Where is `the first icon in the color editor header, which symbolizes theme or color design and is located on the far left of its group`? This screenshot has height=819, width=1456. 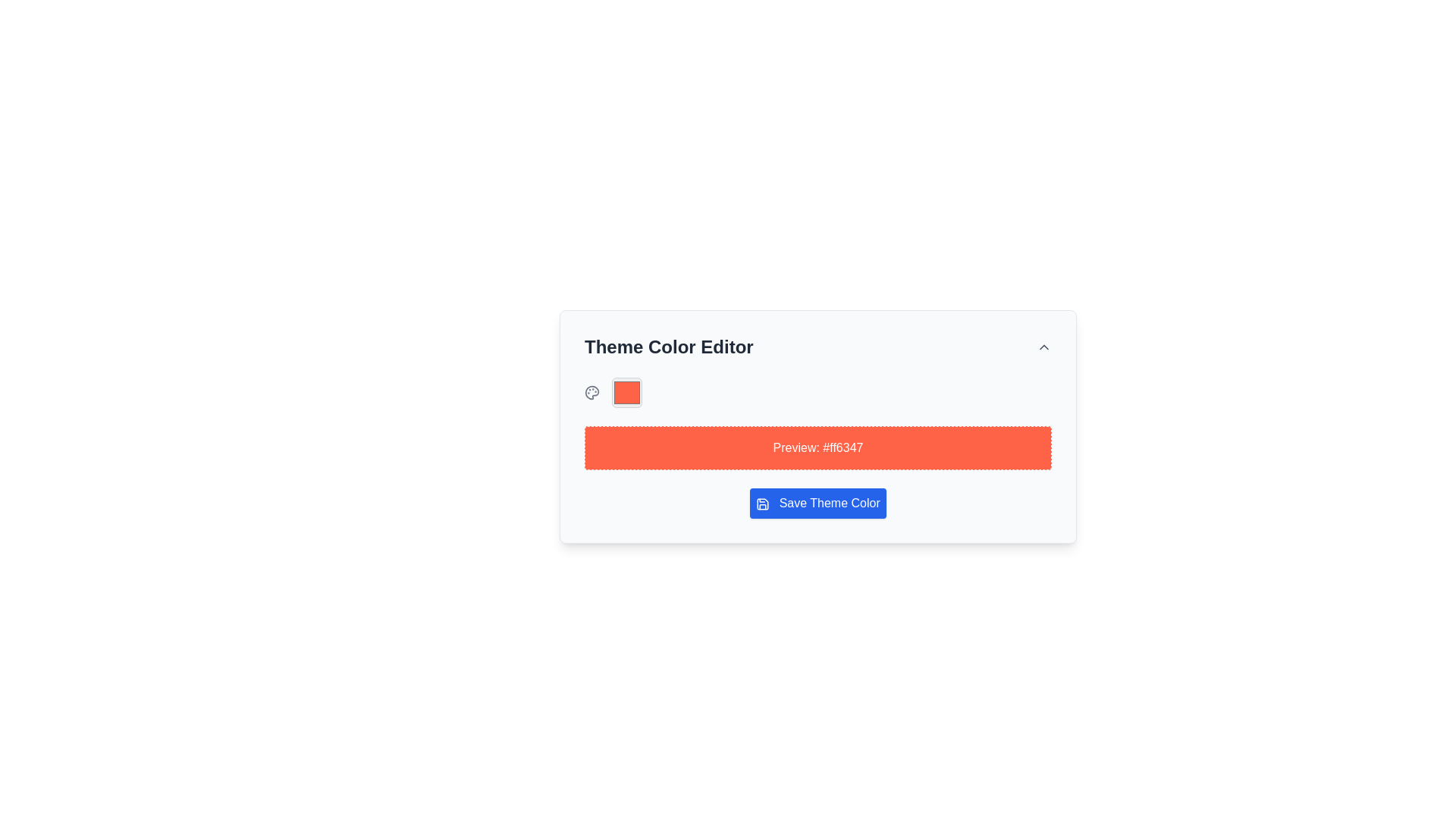
the first icon in the color editor header, which symbolizes theme or color design and is located on the far left of its group is located at coordinates (591, 391).